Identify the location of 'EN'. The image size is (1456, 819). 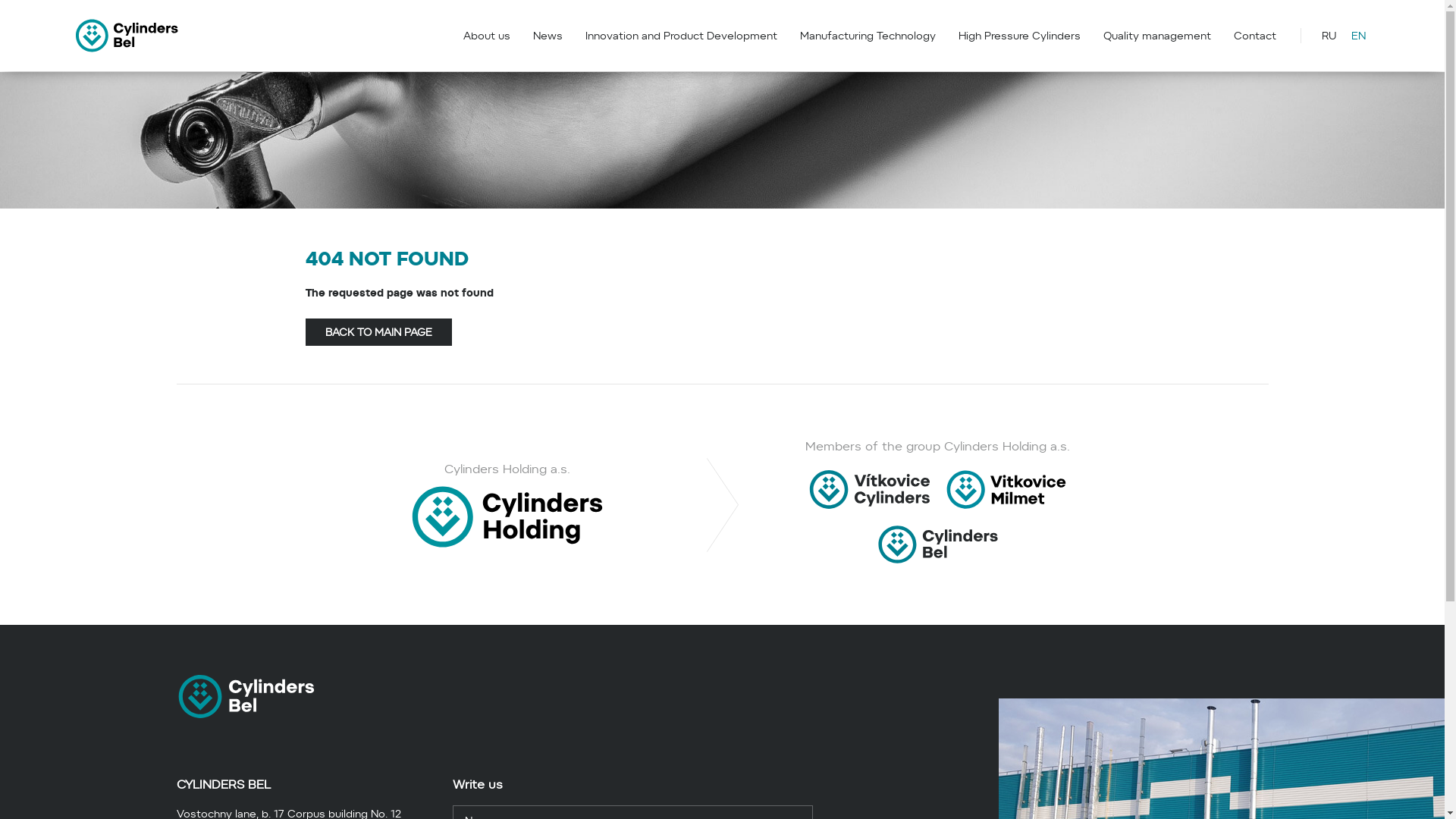
(1345, 34).